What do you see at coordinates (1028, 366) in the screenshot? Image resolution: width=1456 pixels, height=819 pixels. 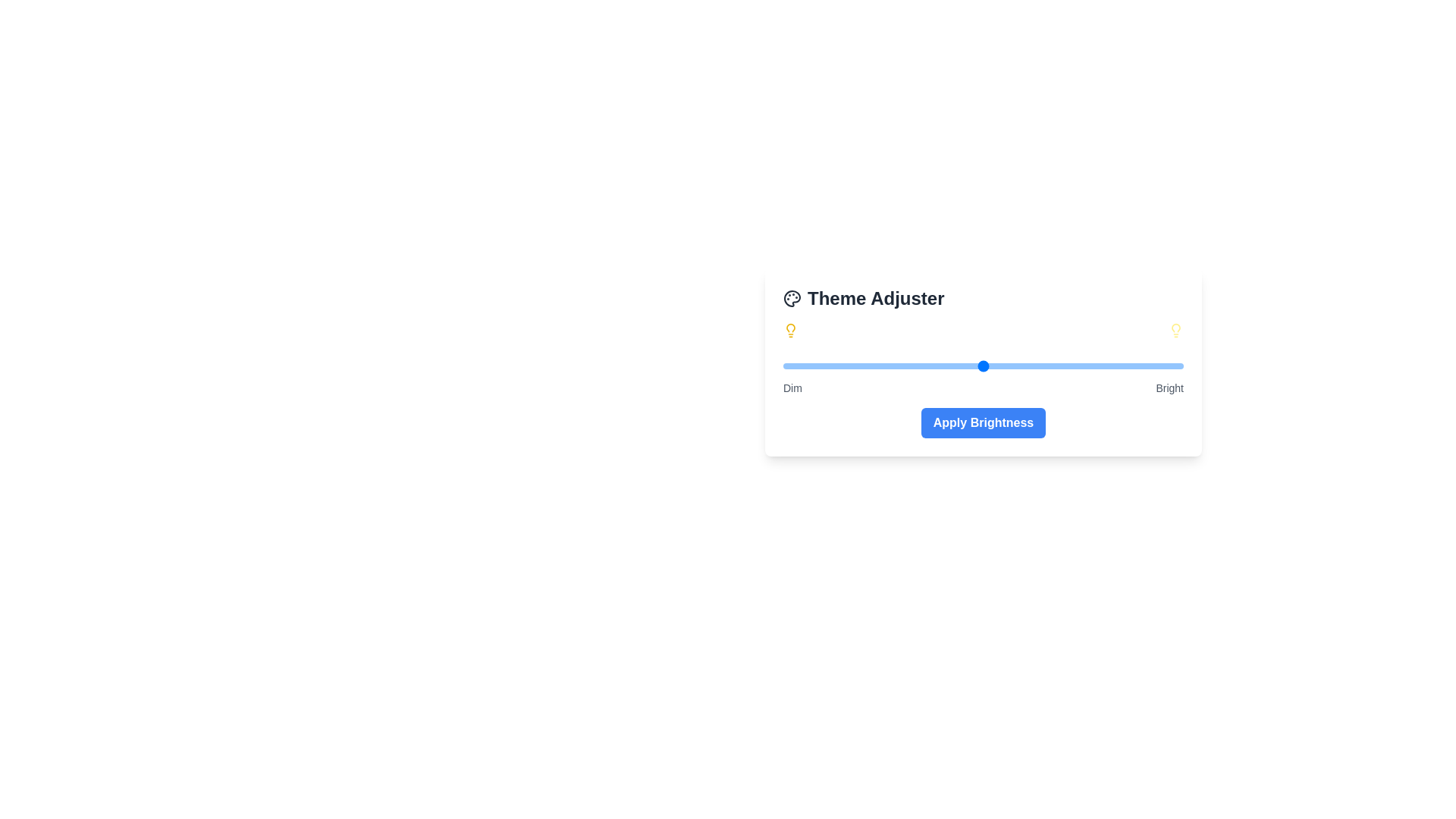 I see `the brightness slider to 61%` at bounding box center [1028, 366].